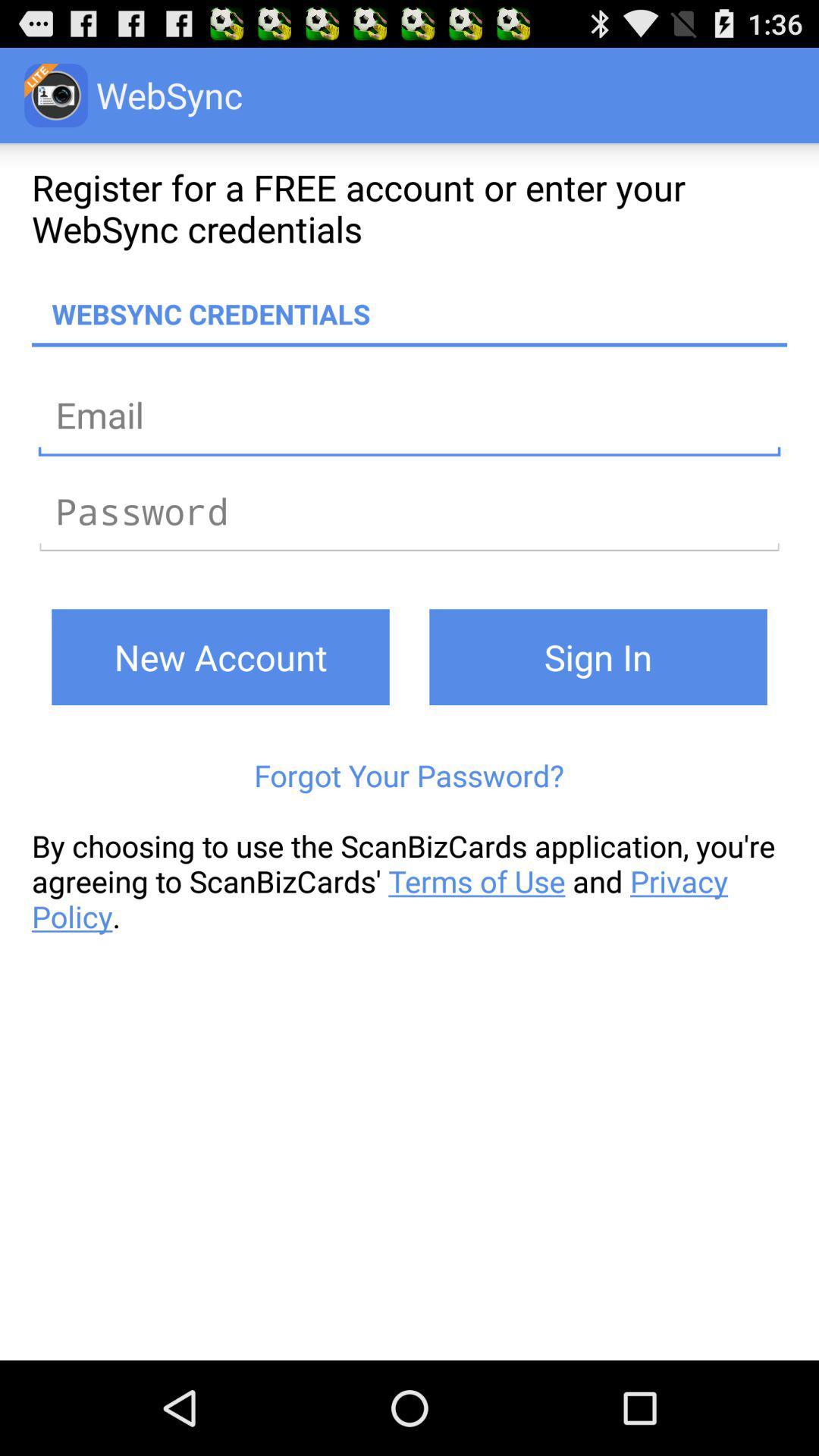 The height and width of the screenshot is (1456, 819). Describe the element at coordinates (220, 657) in the screenshot. I see `icon next to sign in` at that location.